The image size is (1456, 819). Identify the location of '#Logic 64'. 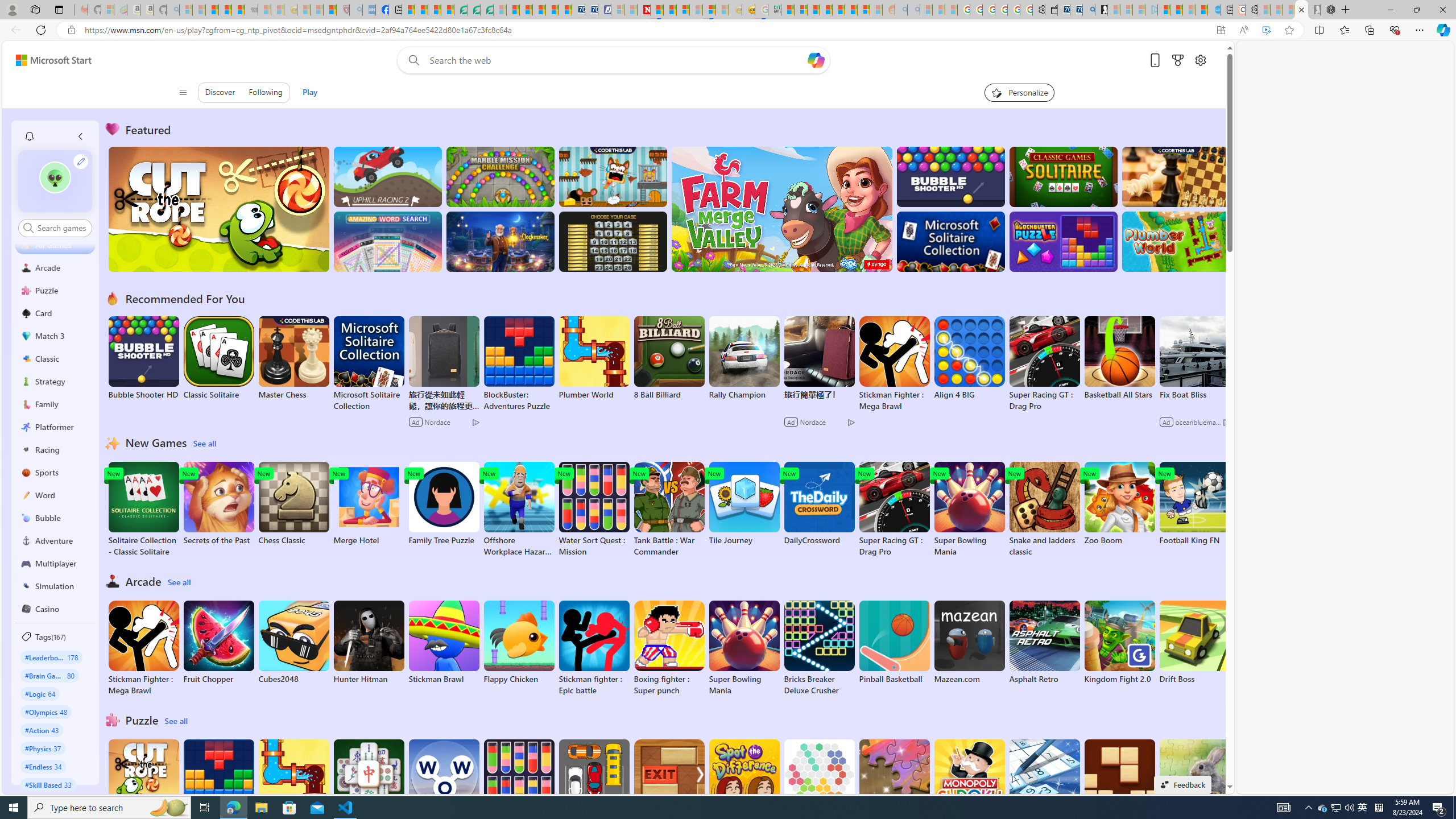
(39, 693).